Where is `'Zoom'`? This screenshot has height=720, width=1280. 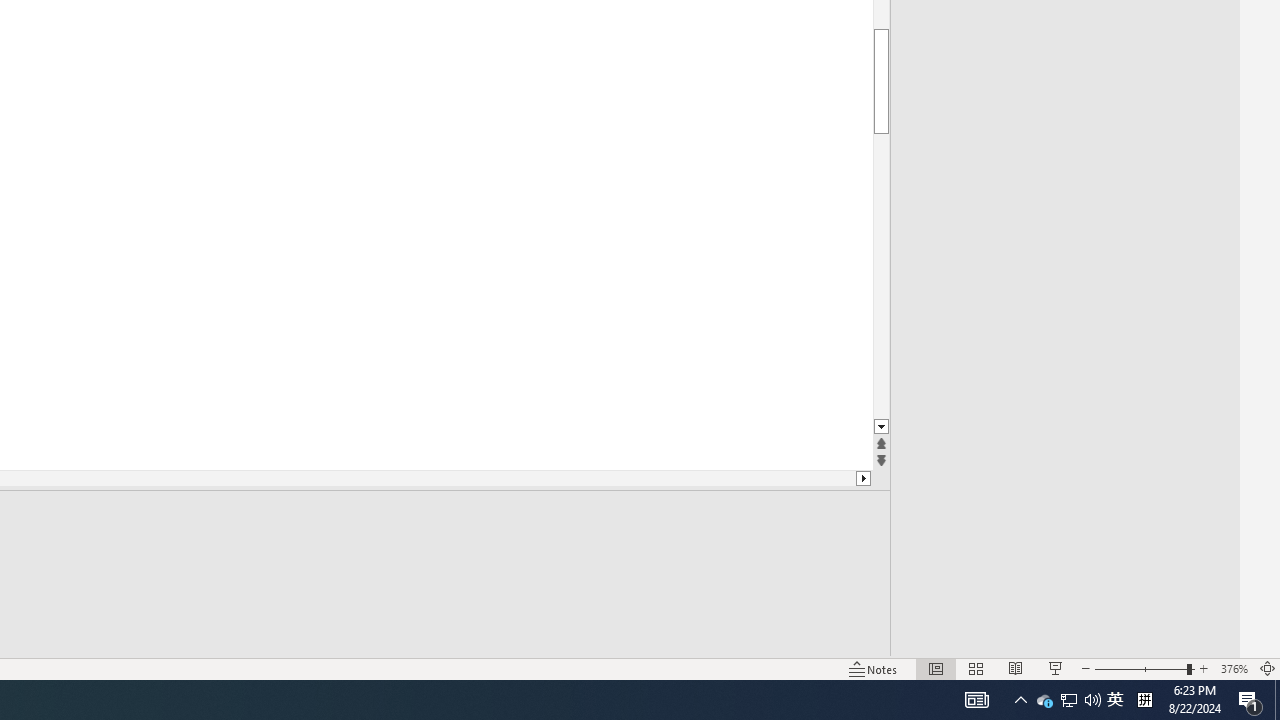
'Zoom' is located at coordinates (1144, 669).